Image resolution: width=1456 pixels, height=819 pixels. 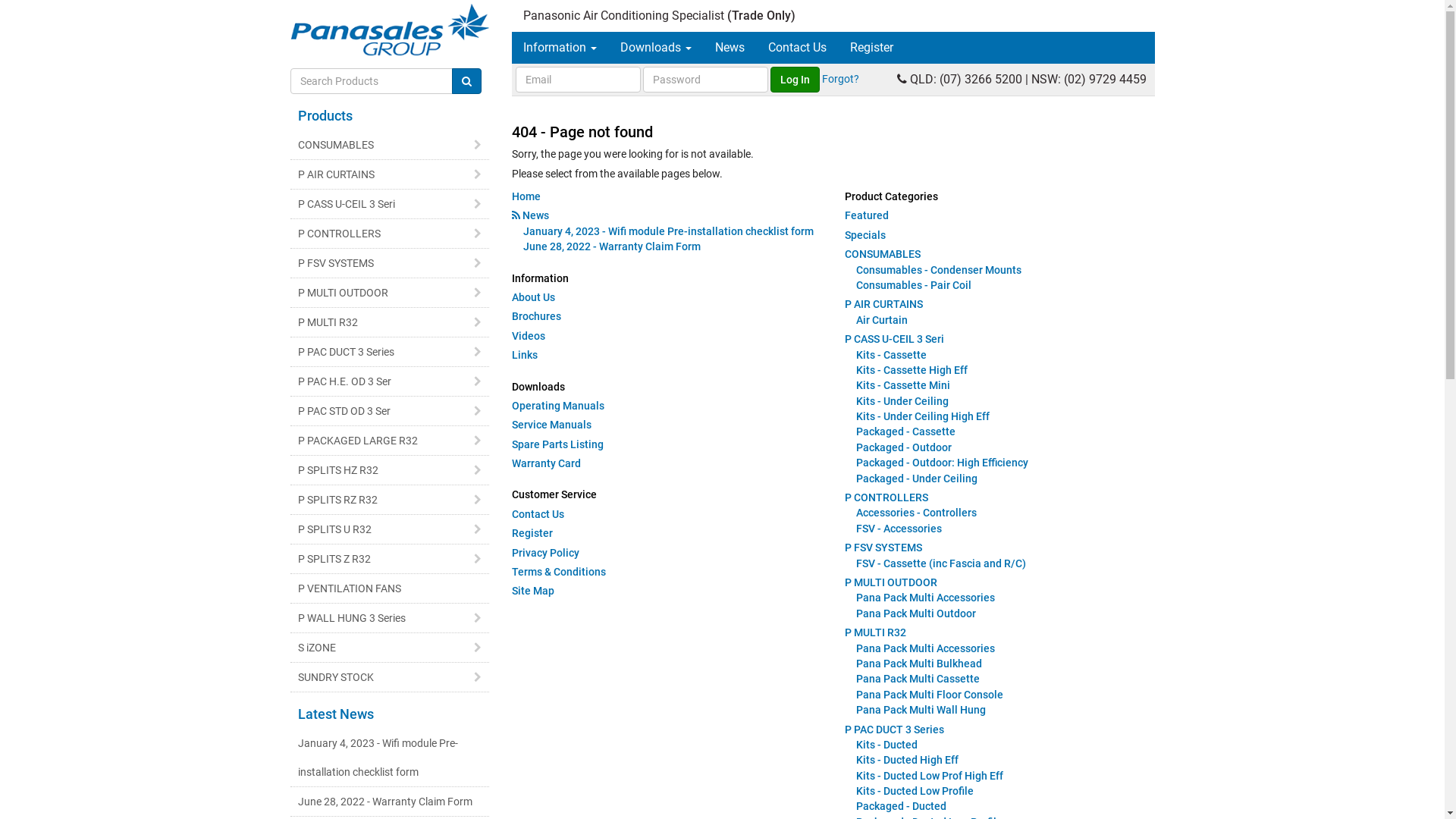 I want to click on 'Spare Parts Listing', so click(x=557, y=444).